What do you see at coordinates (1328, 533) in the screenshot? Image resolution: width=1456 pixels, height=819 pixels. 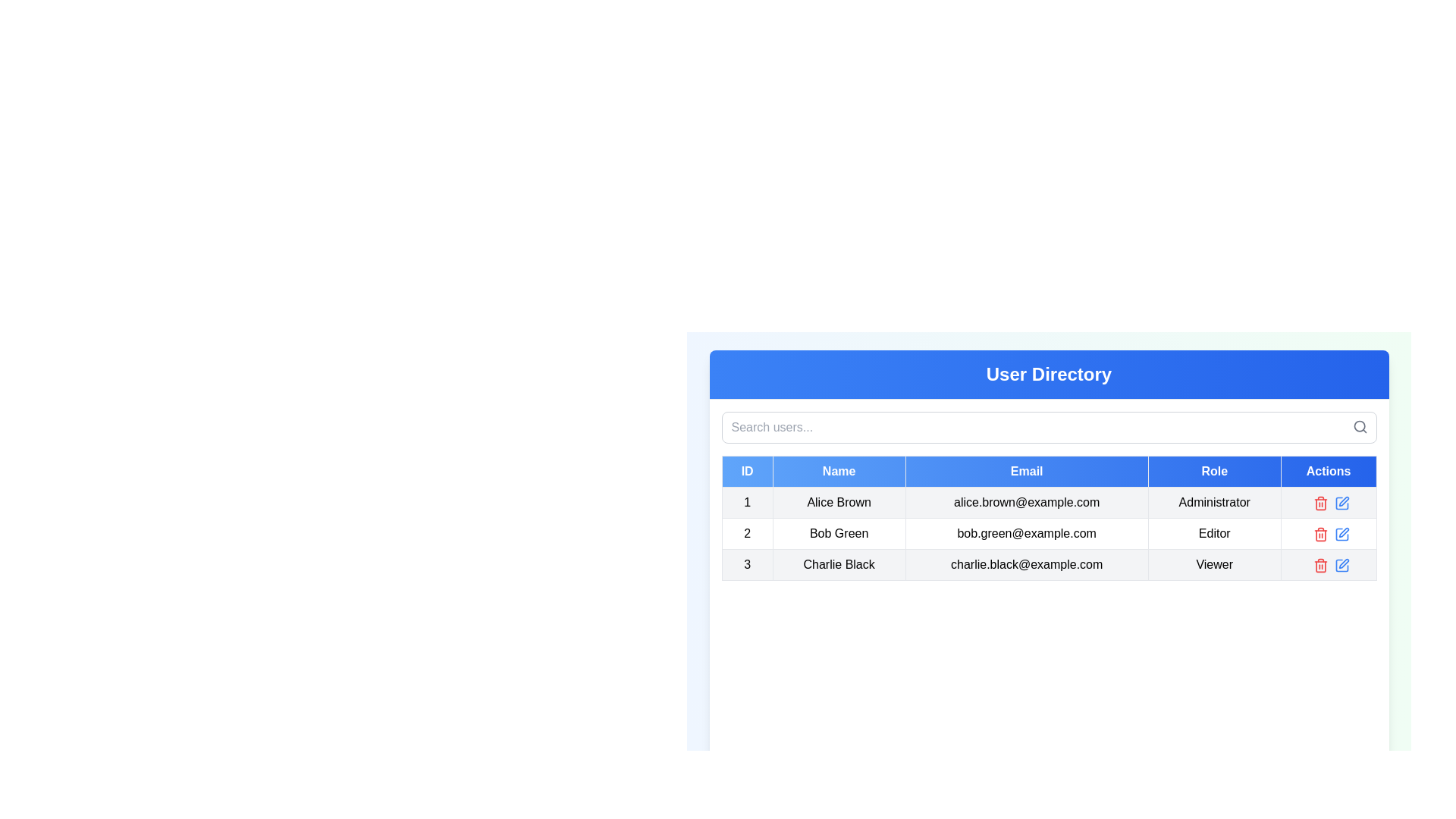 I see `the blank section in the 'Actions' column for user 'Bob Green', which is located right-aligned next to the delete and edit icons` at bounding box center [1328, 533].